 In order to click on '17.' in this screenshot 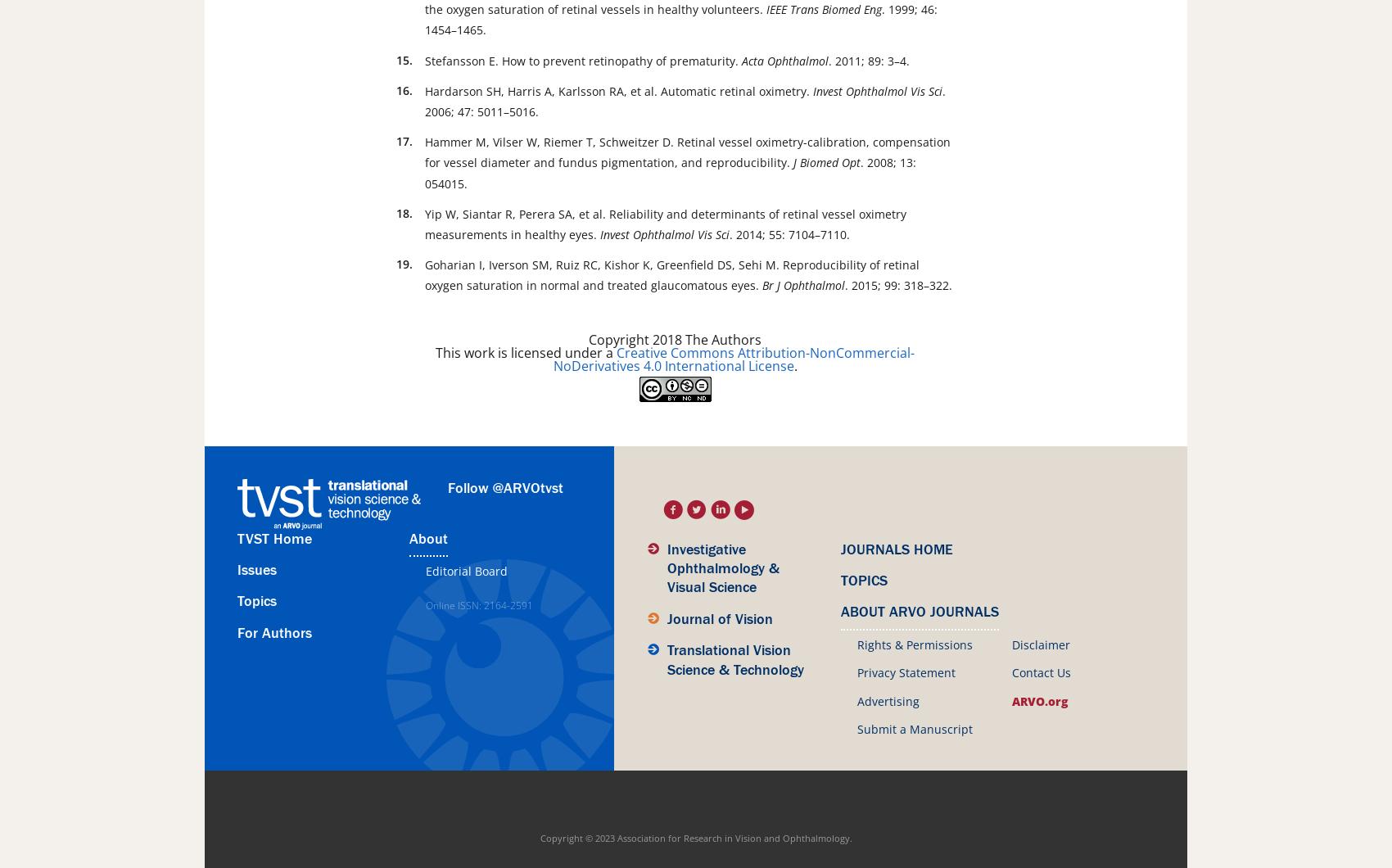, I will do `click(404, 140)`.